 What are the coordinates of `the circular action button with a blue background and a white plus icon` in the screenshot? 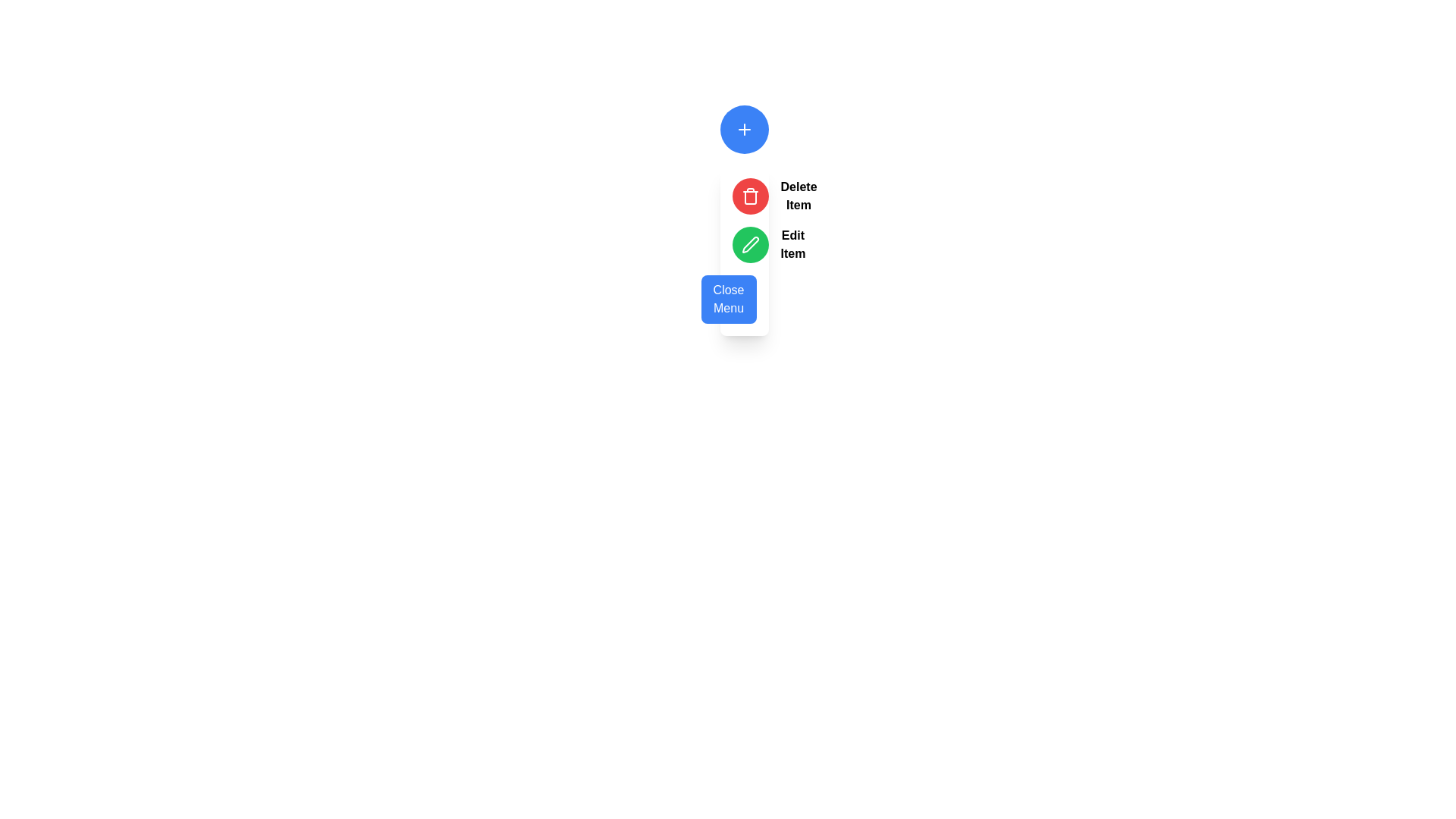 It's located at (744, 128).